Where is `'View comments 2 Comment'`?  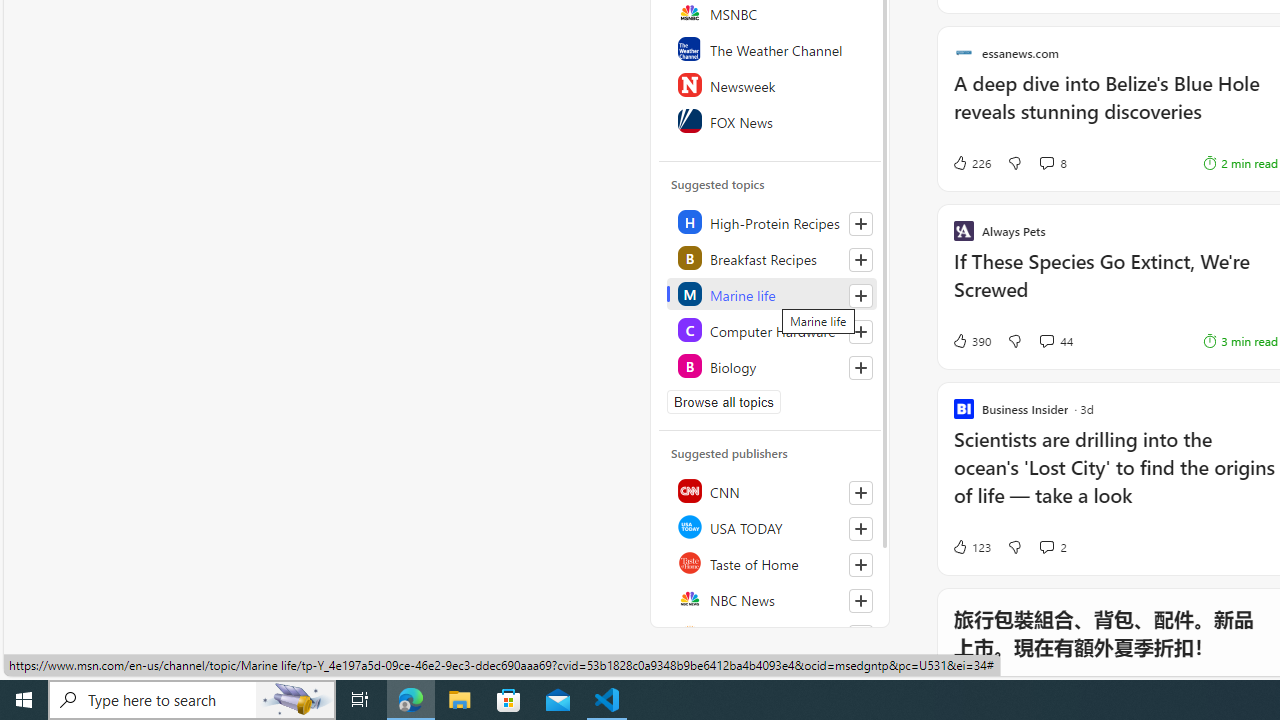 'View comments 2 Comment' is located at coordinates (1051, 546).